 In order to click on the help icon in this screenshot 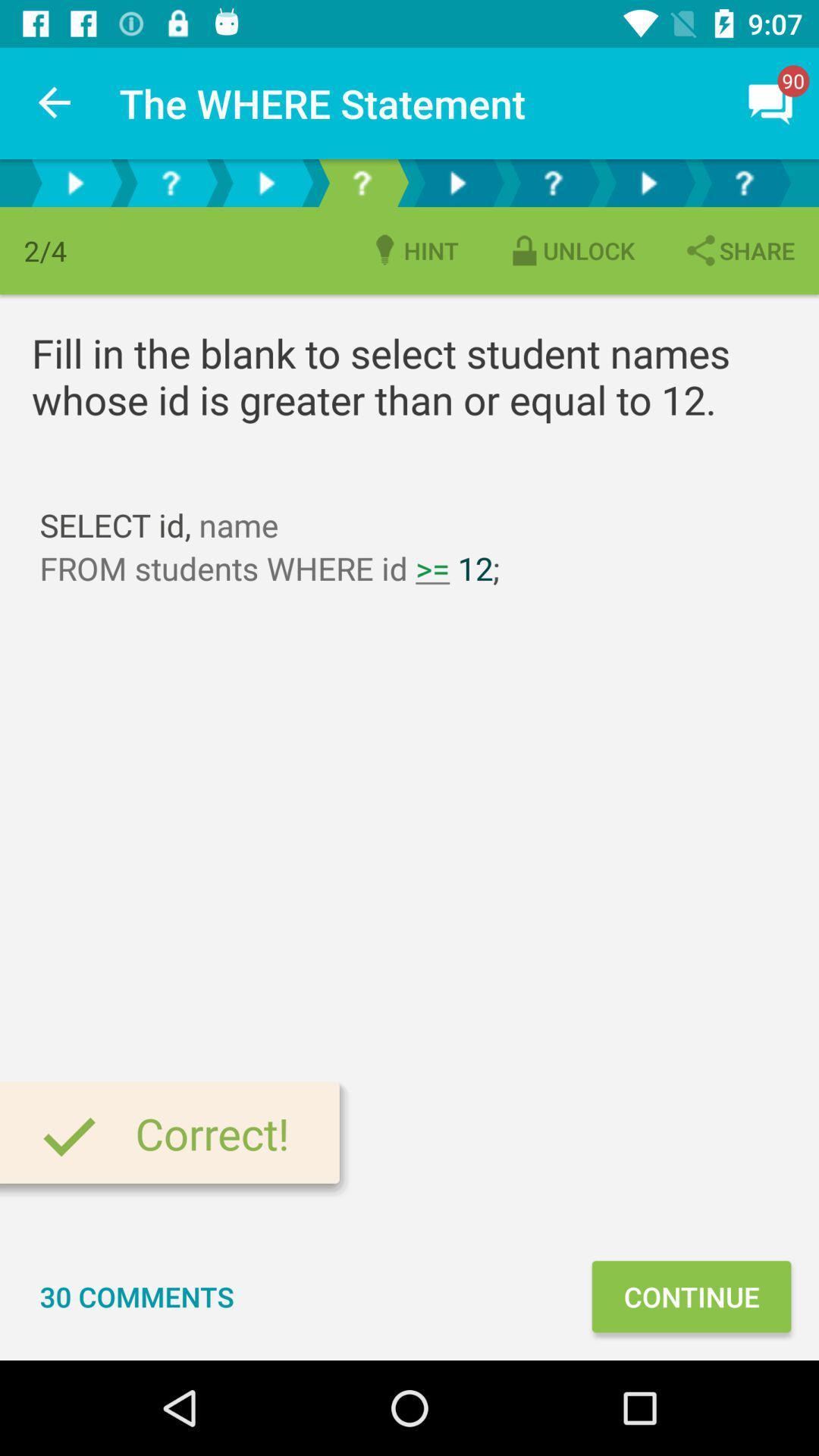, I will do `click(742, 182)`.